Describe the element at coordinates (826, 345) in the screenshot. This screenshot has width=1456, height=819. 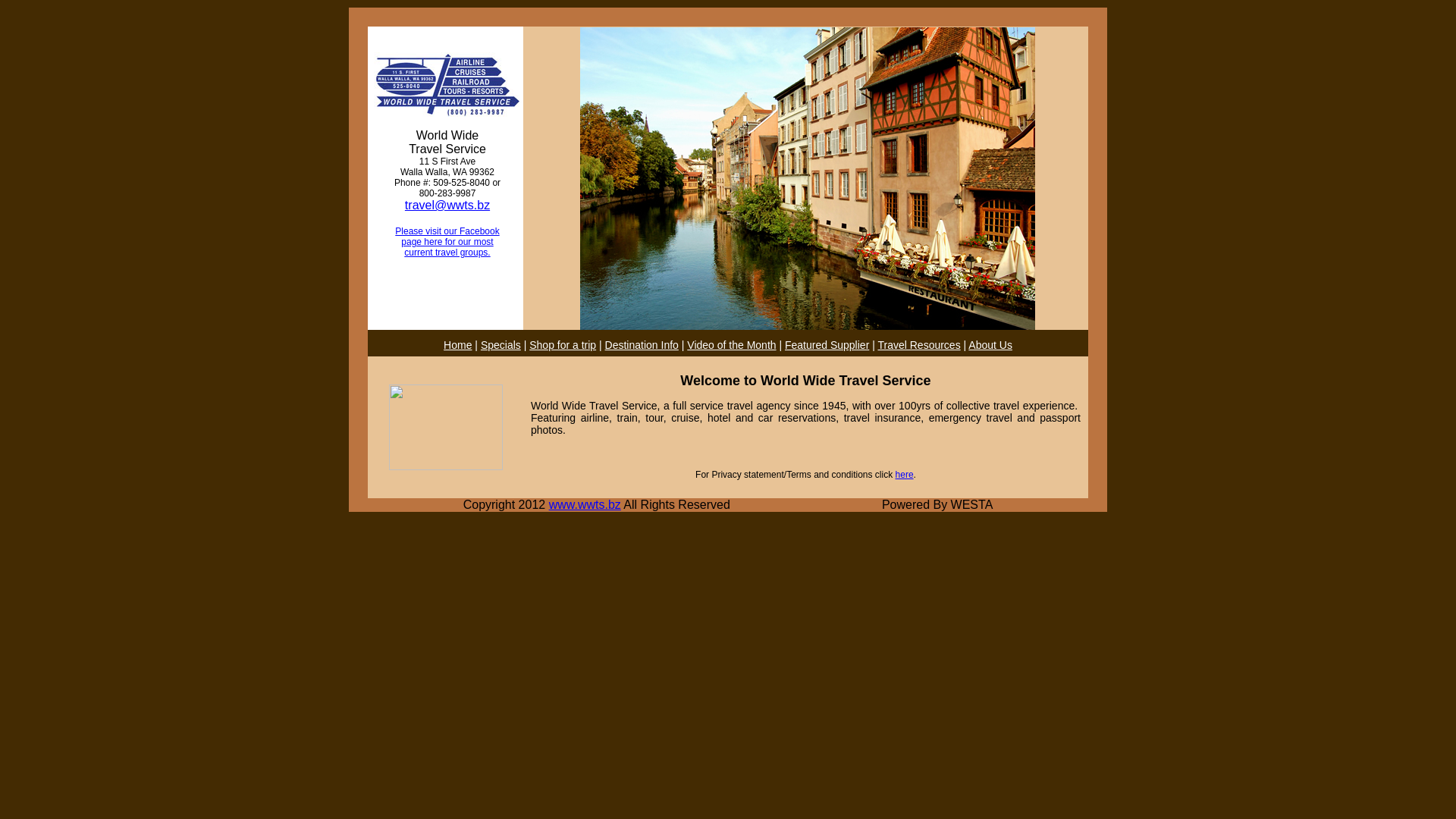
I see `'Featured Supplier'` at that location.